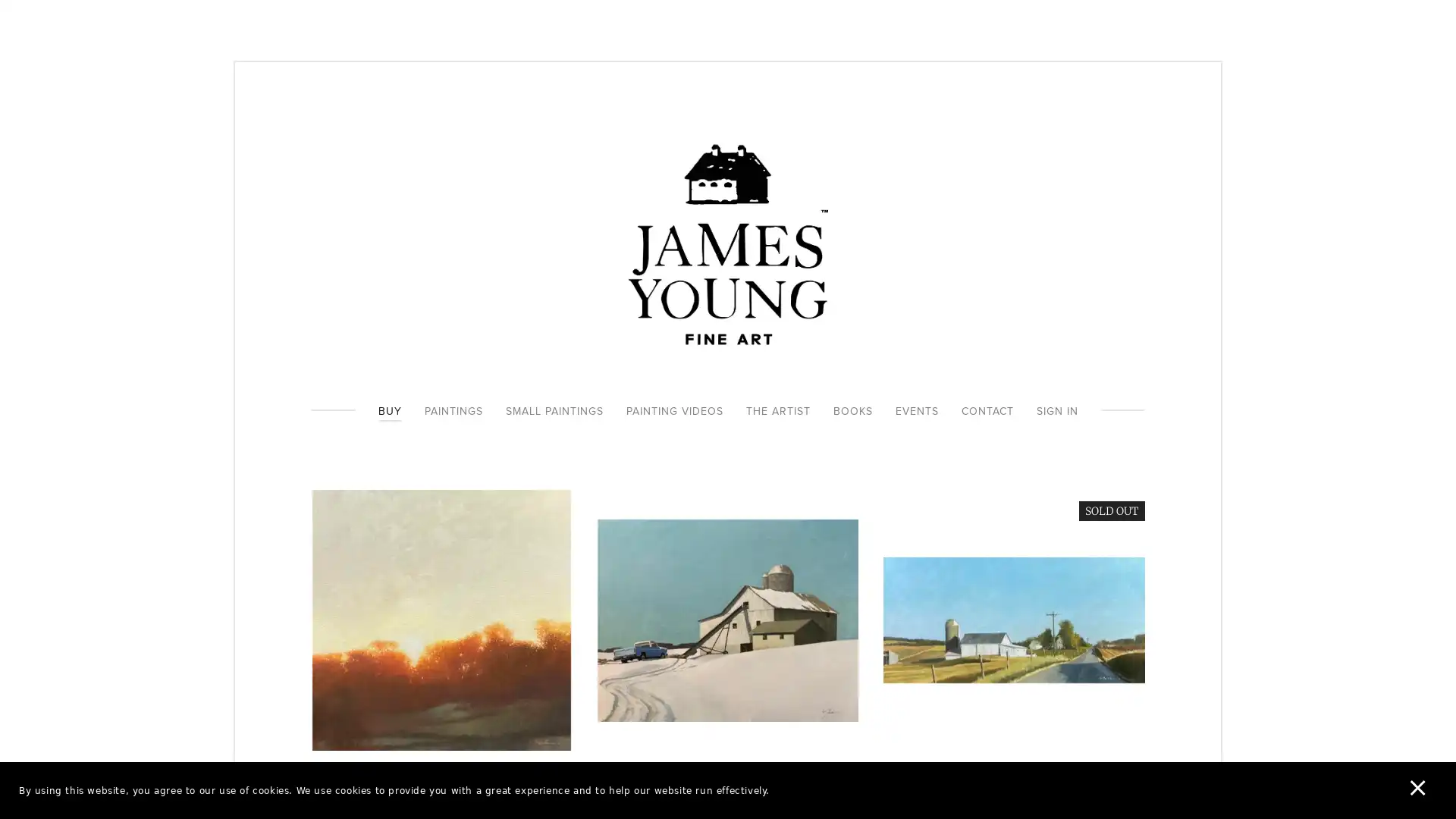 Image resolution: width=1456 pixels, height=819 pixels. Describe the element at coordinates (728, 500) in the screenshot. I see `Sign Up!` at that location.